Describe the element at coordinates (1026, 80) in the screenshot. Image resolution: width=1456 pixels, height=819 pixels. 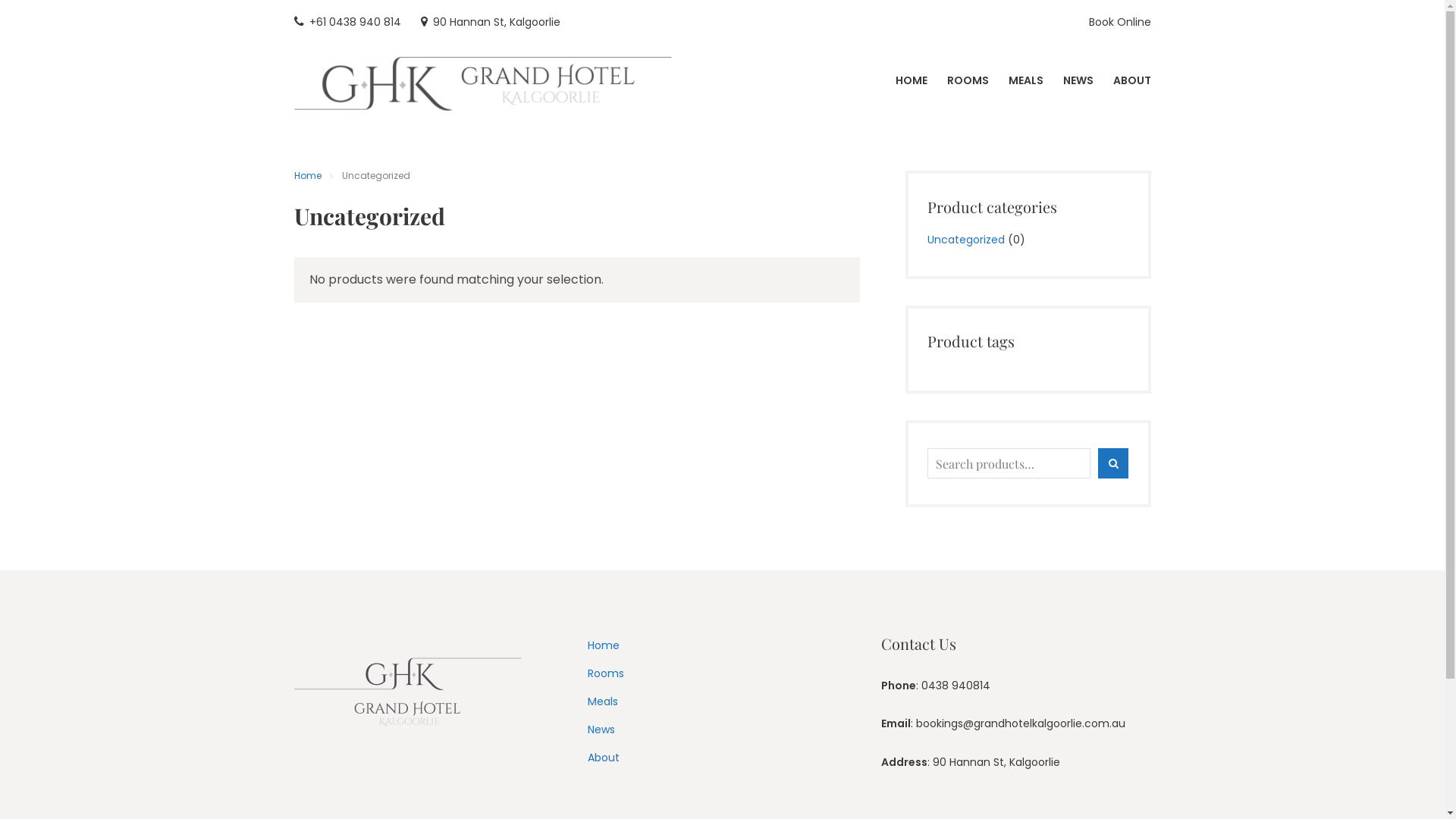
I see `'MEALS'` at that location.